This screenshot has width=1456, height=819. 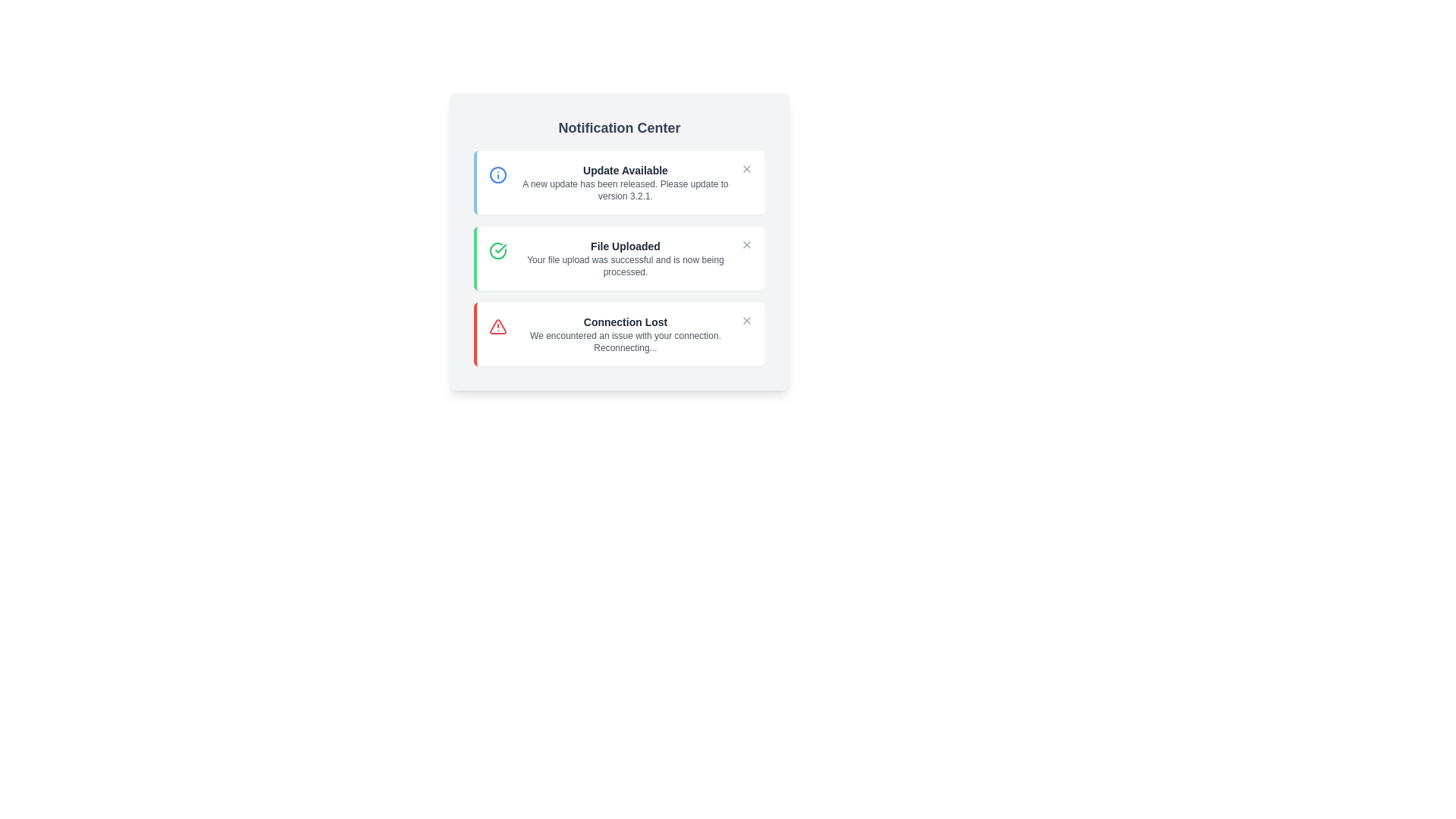 I want to click on the checkmark icon indicating a successful file upload located in the second notification of the Notification Center, so click(x=500, y=247).